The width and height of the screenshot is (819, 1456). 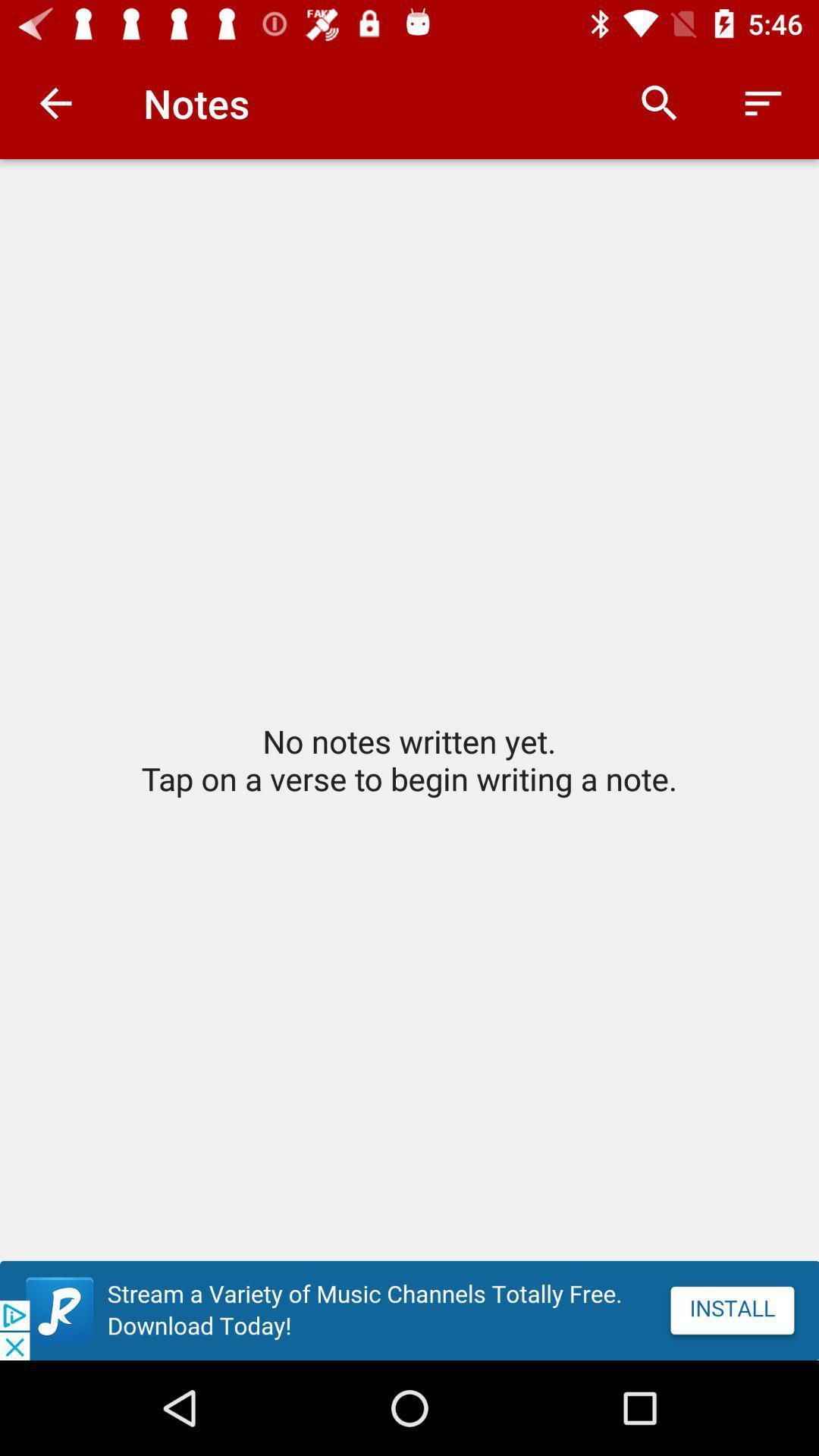 What do you see at coordinates (409, 1310) in the screenshot?
I see `open advertisement` at bounding box center [409, 1310].